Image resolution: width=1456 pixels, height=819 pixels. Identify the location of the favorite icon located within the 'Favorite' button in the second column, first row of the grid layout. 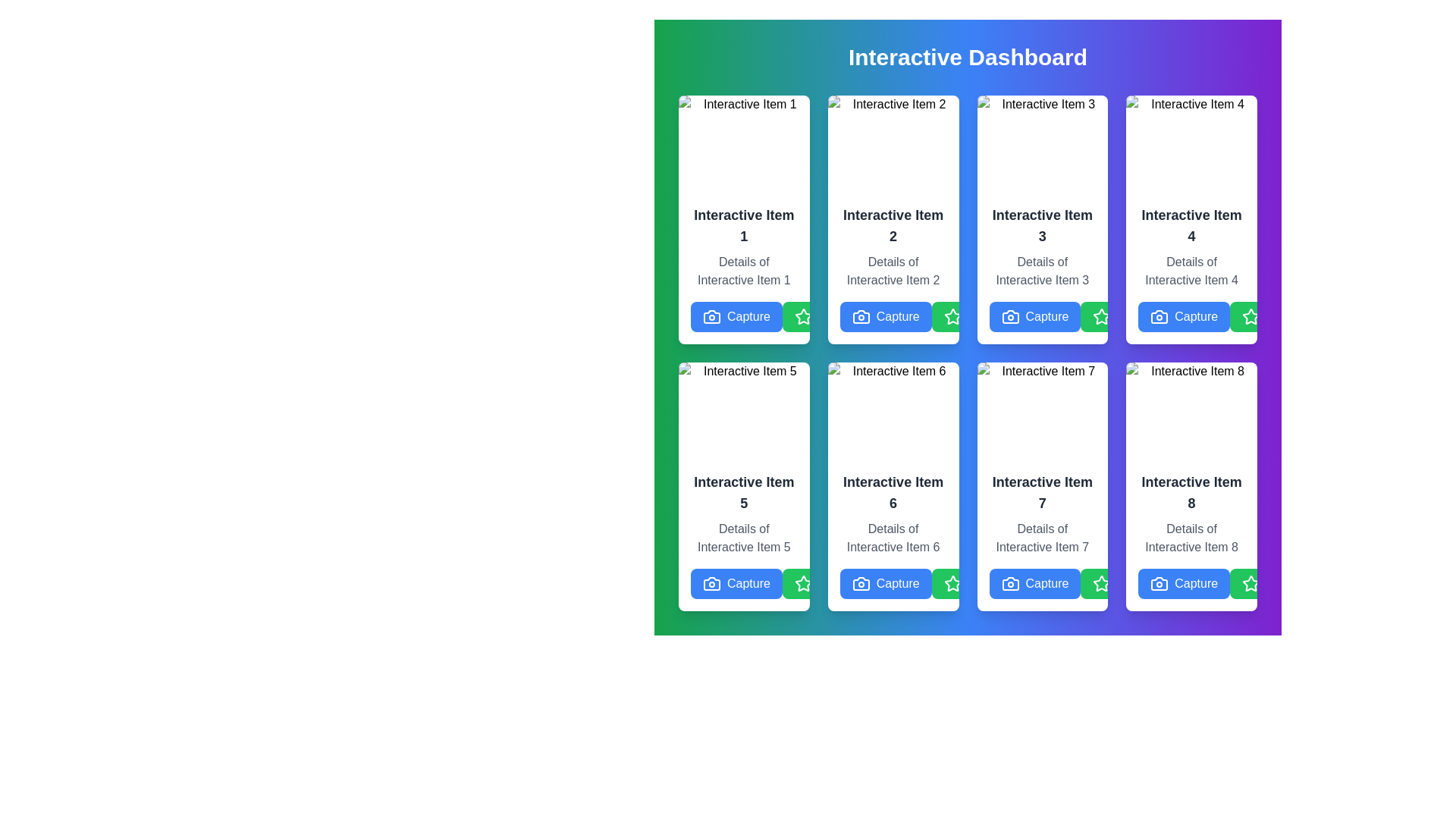
(802, 315).